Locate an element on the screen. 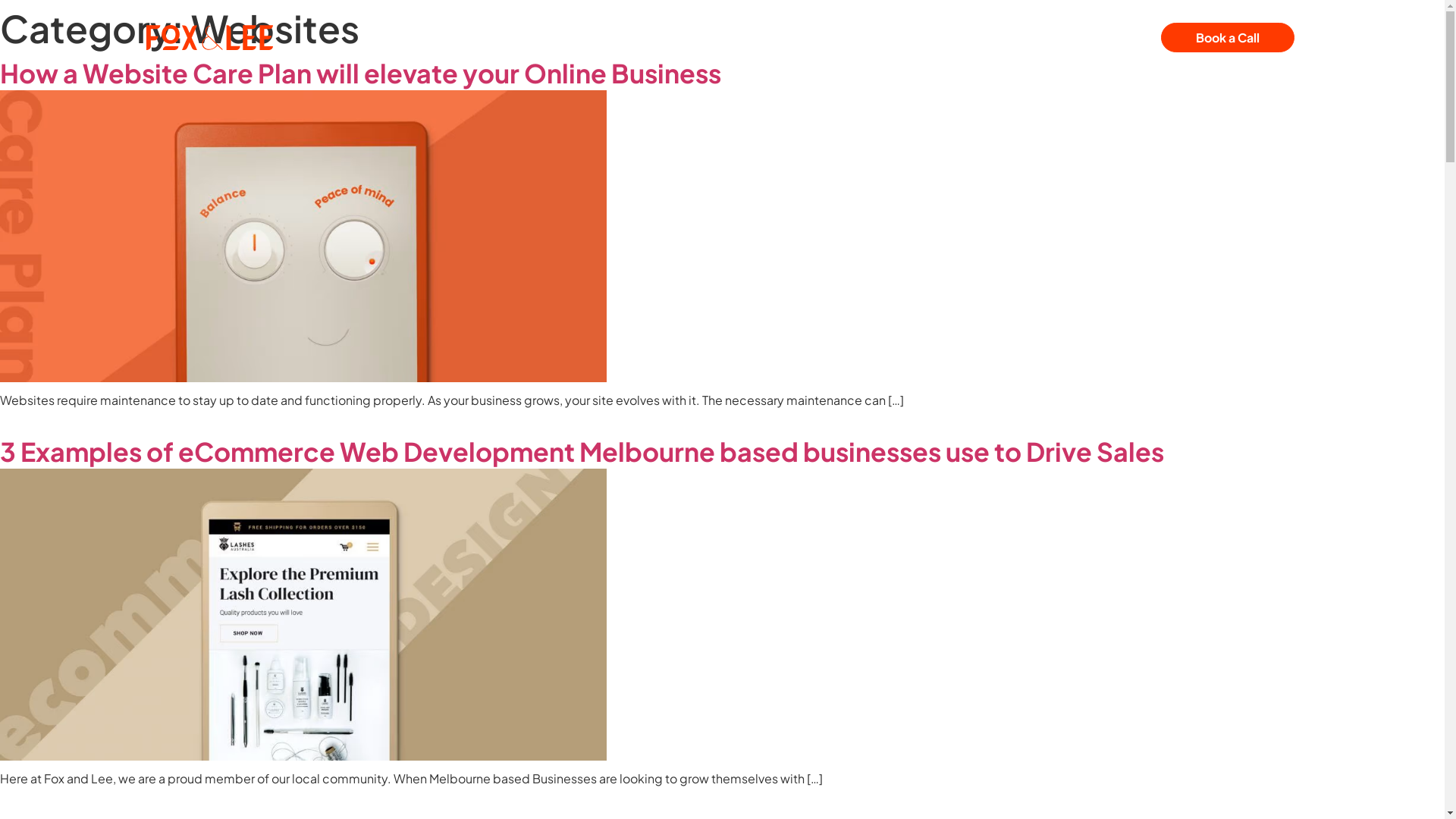  'Our Services' is located at coordinates (490, 36).